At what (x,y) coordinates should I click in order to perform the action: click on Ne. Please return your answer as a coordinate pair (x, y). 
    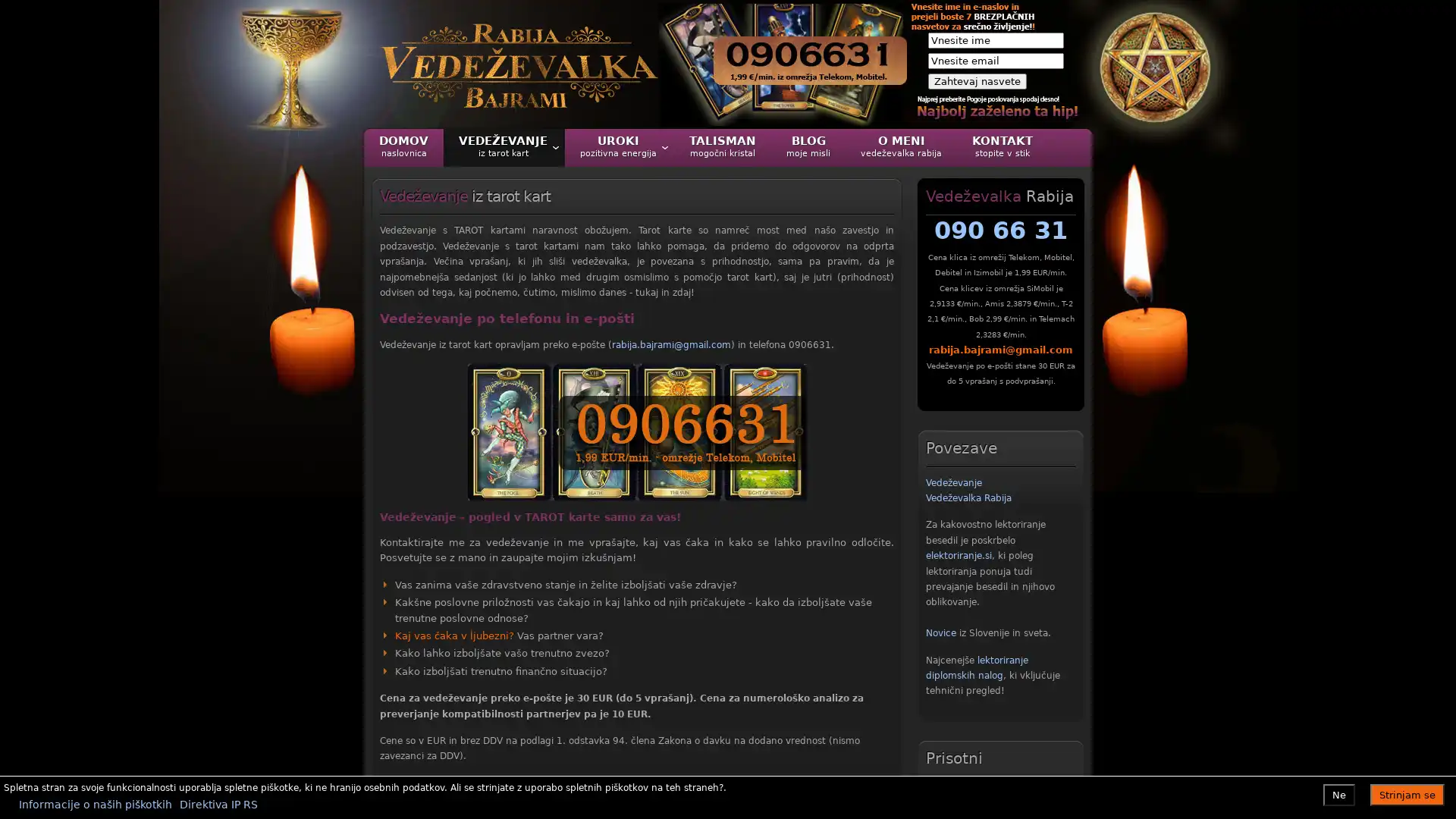
    Looking at the image, I should click on (1339, 793).